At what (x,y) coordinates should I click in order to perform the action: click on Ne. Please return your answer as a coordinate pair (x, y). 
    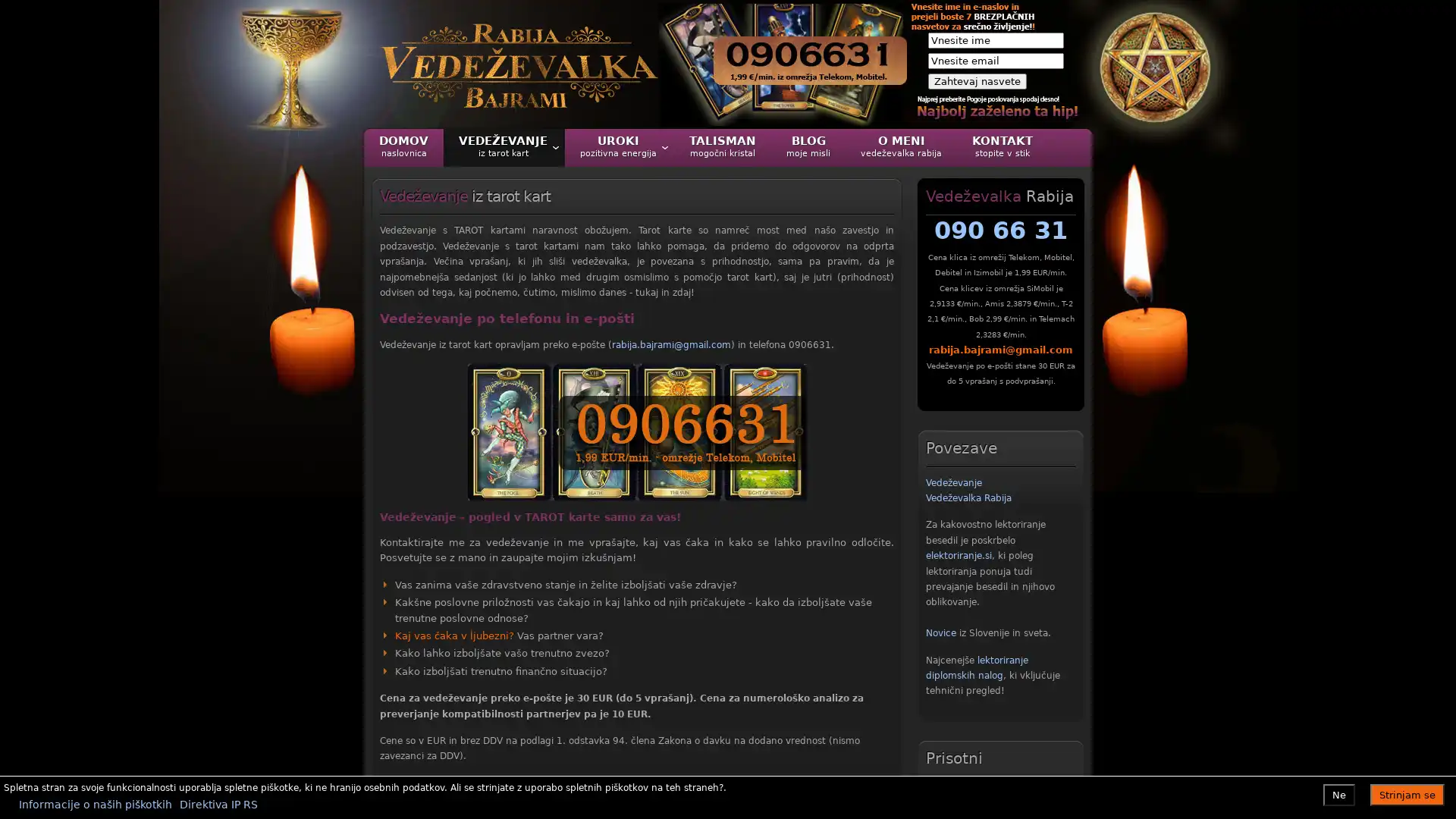
    Looking at the image, I should click on (1339, 793).